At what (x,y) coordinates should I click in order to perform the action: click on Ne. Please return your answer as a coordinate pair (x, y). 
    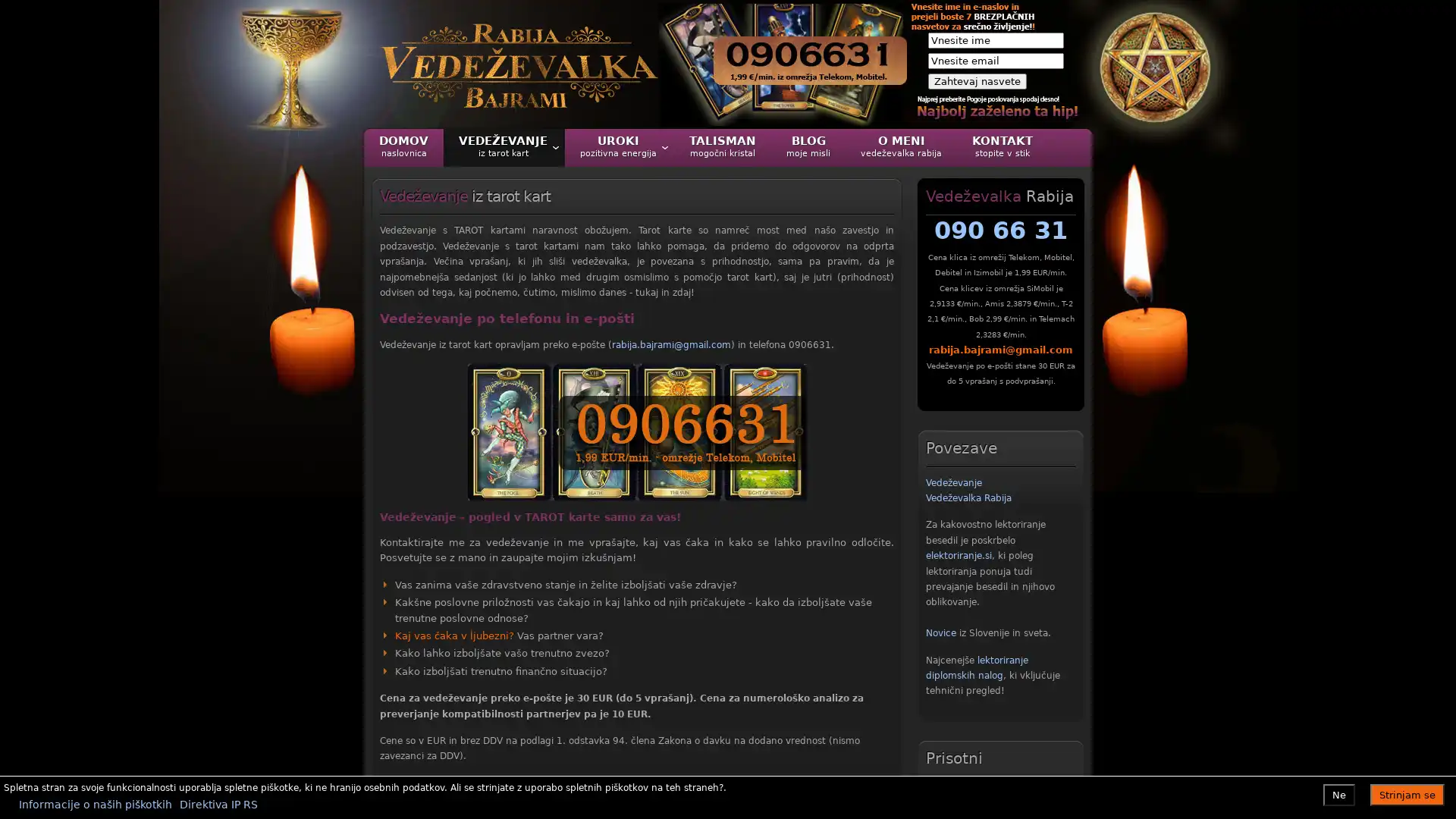
    Looking at the image, I should click on (1339, 793).